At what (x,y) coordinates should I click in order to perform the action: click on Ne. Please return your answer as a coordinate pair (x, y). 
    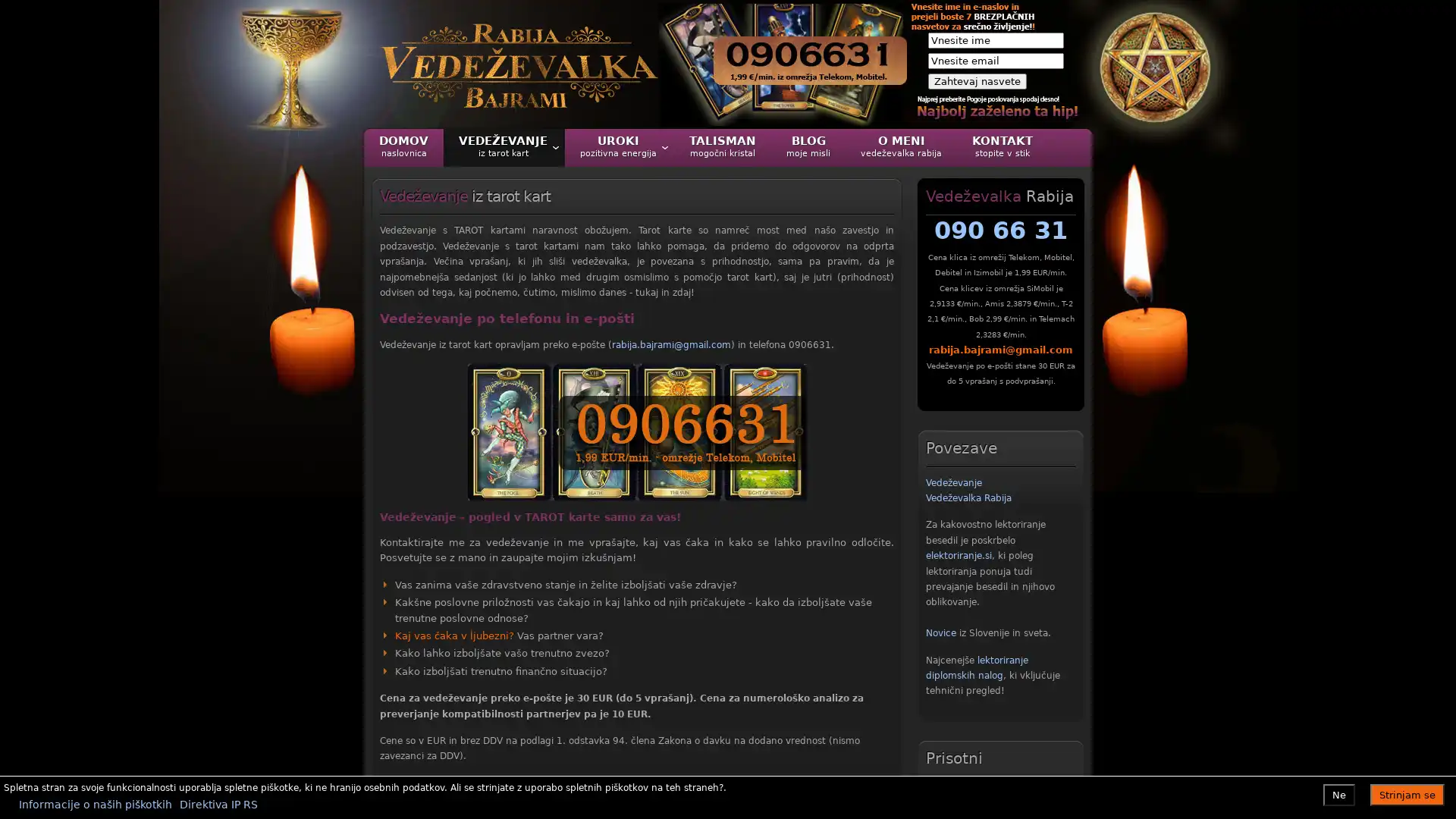
    Looking at the image, I should click on (1339, 793).